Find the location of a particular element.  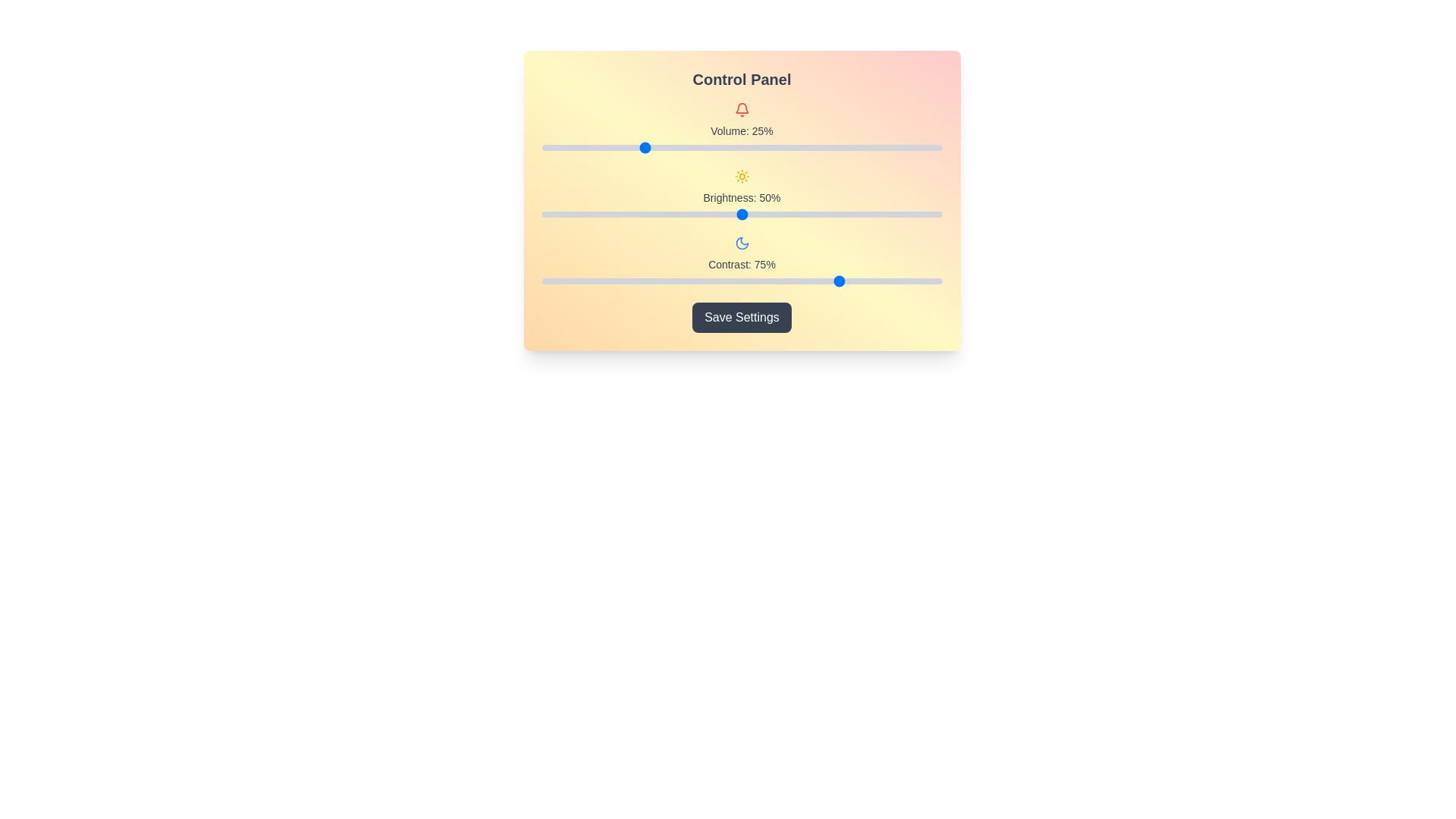

the text label displaying 'Contrast: 75%' in a medium-sized, gray font located within the control panel is located at coordinates (742, 263).